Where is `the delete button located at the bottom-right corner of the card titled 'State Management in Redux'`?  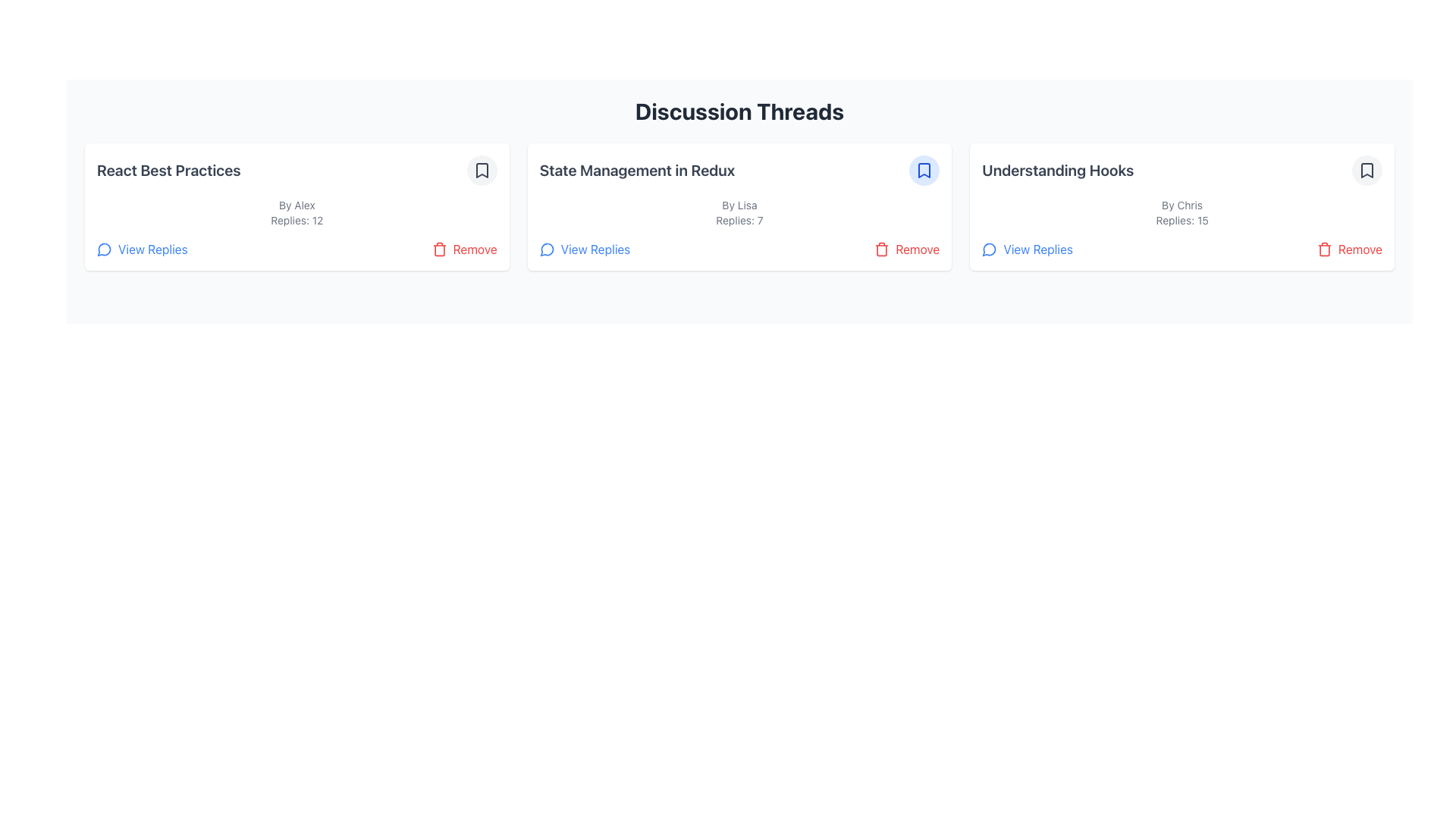
the delete button located at the bottom-right corner of the card titled 'State Management in Redux' is located at coordinates (907, 248).